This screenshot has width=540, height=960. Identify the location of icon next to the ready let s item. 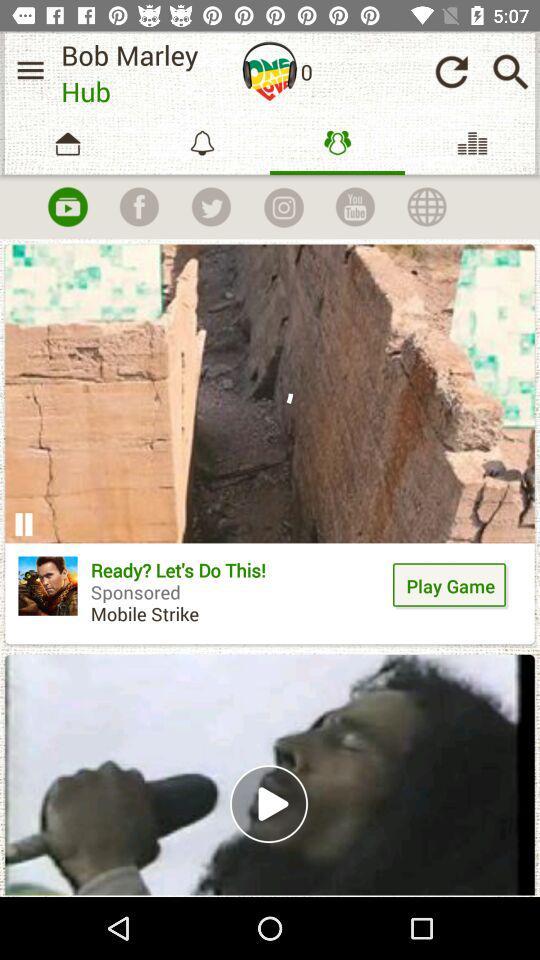
(48, 586).